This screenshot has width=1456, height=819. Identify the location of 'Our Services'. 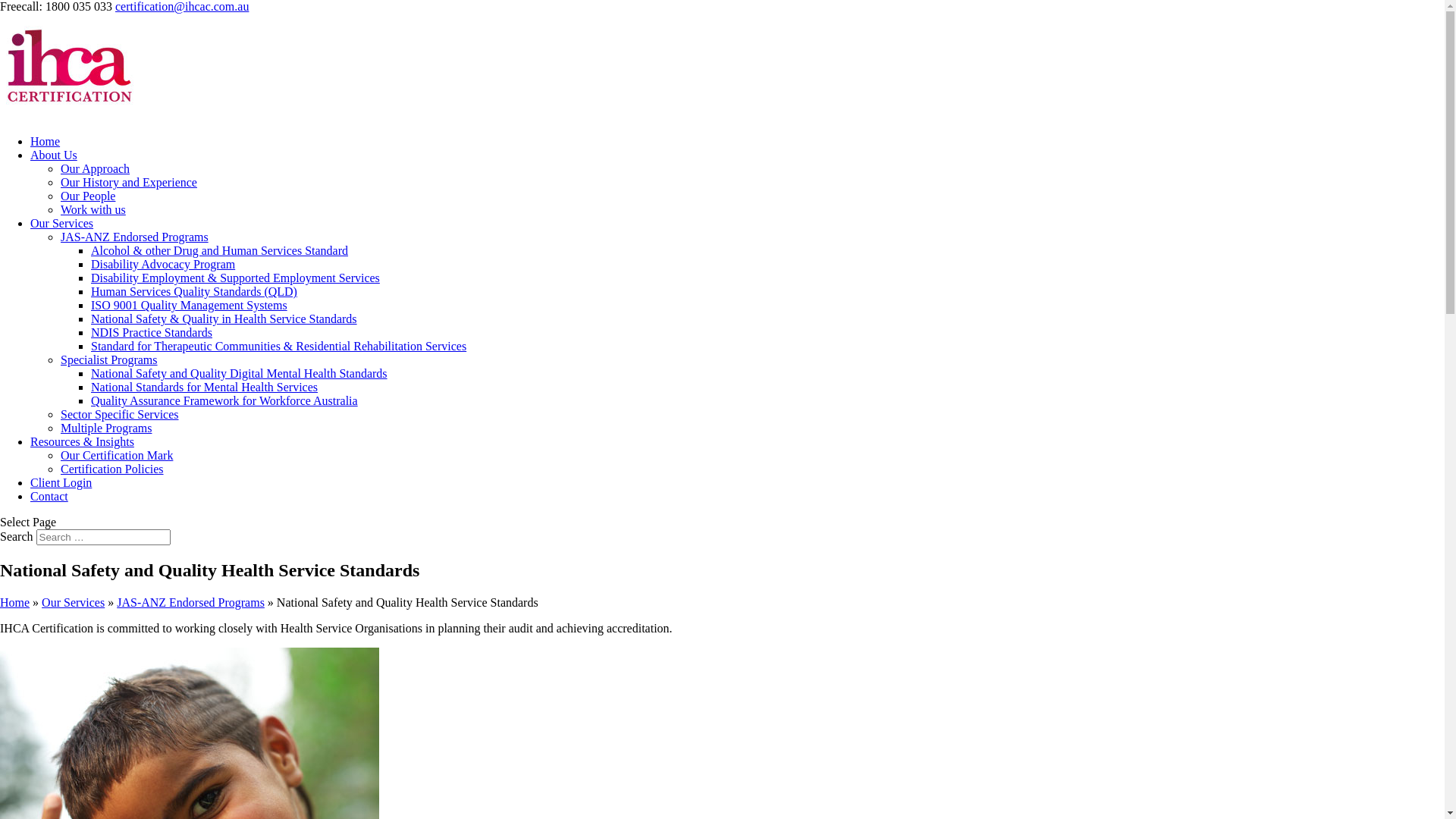
(72, 601).